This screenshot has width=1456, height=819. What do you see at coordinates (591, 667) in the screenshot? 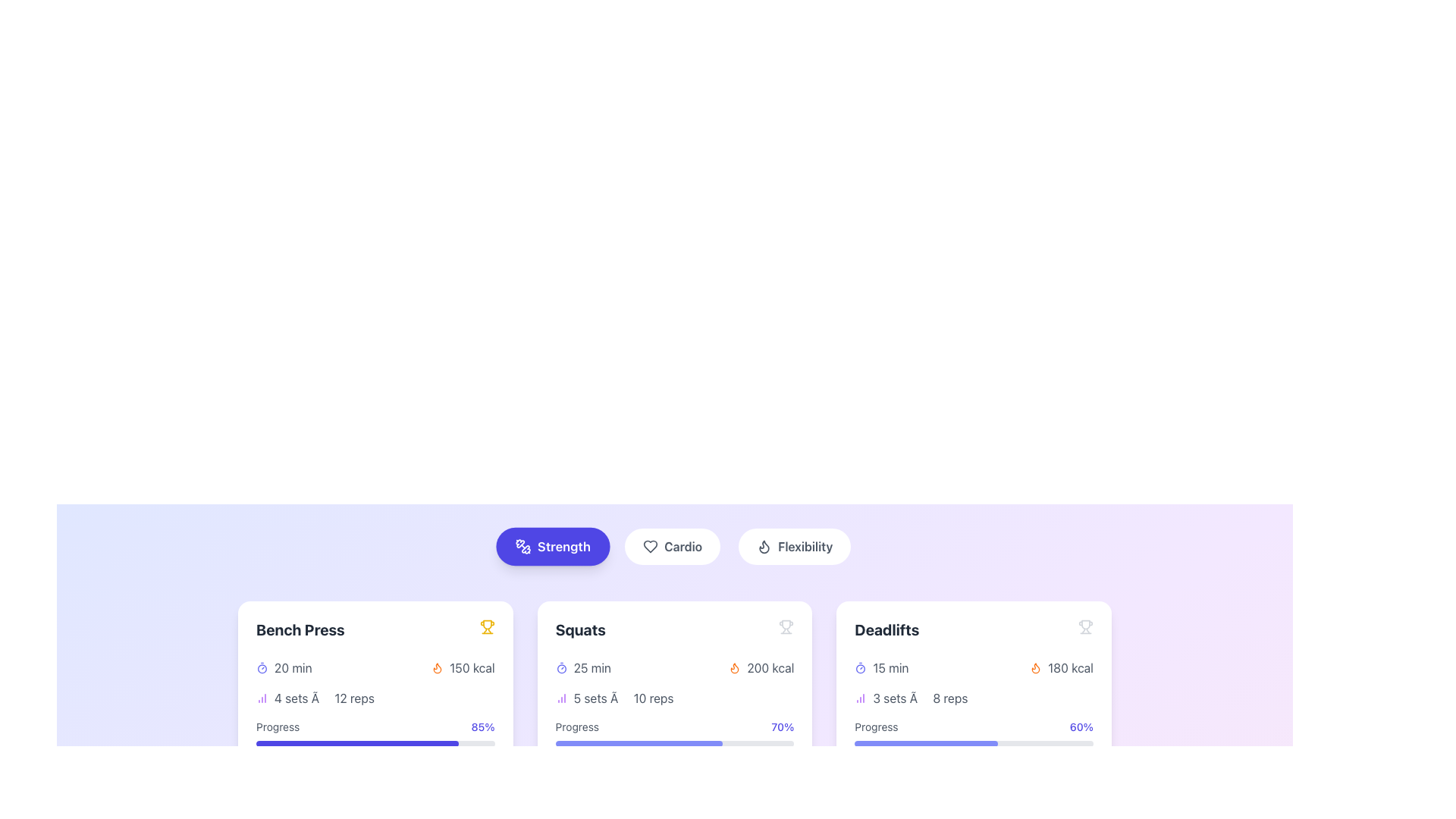
I see `text content of the text label displaying '25 min', which is located within the 'Squats' card in the middle column, to the right of a small timer icon` at bounding box center [591, 667].